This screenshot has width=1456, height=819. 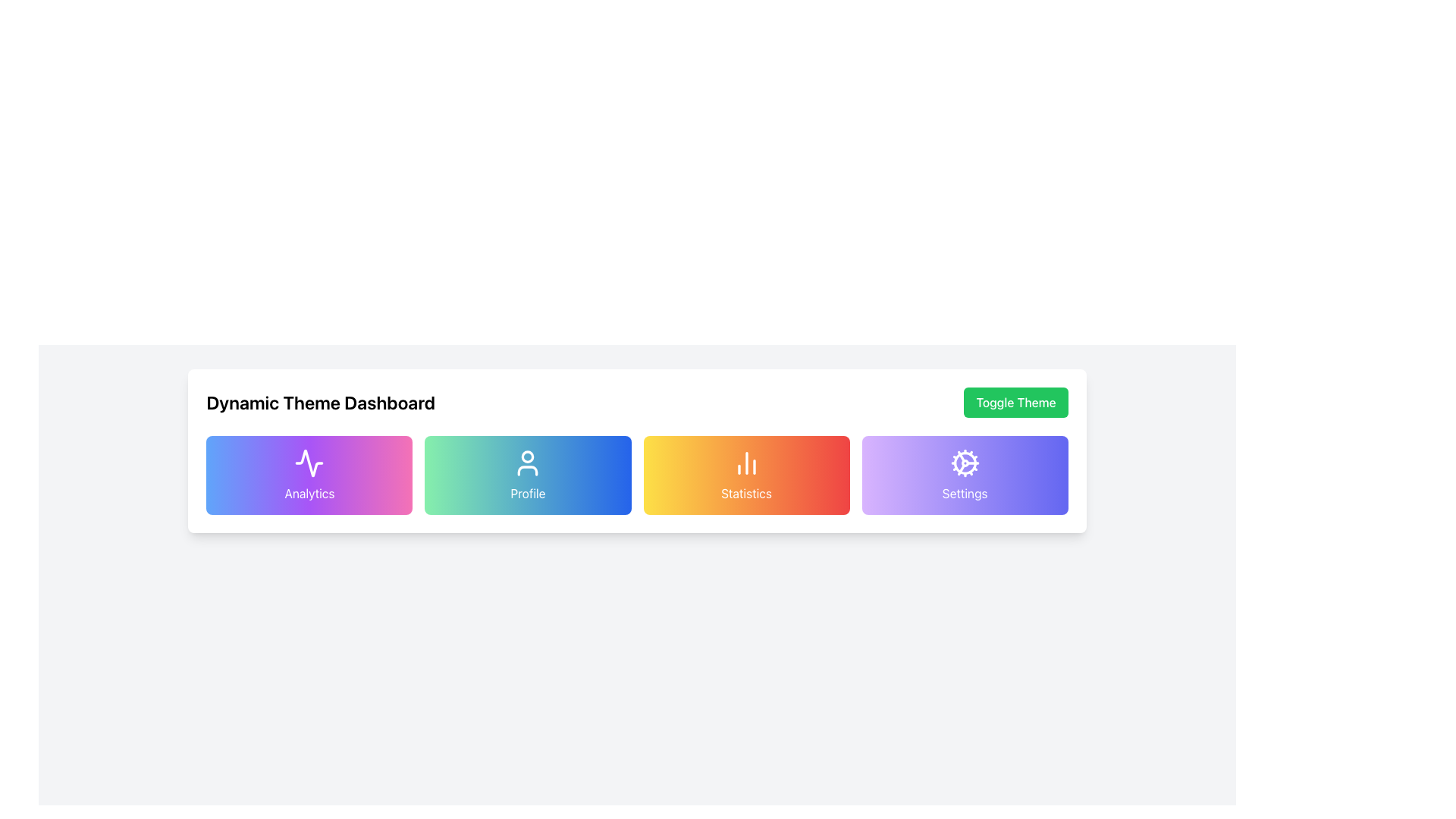 What do you see at coordinates (964, 494) in the screenshot?
I see `'Settings' text label located at the bottom of the 'Settings' card in the Dynamic Theme Dashboard interface` at bounding box center [964, 494].